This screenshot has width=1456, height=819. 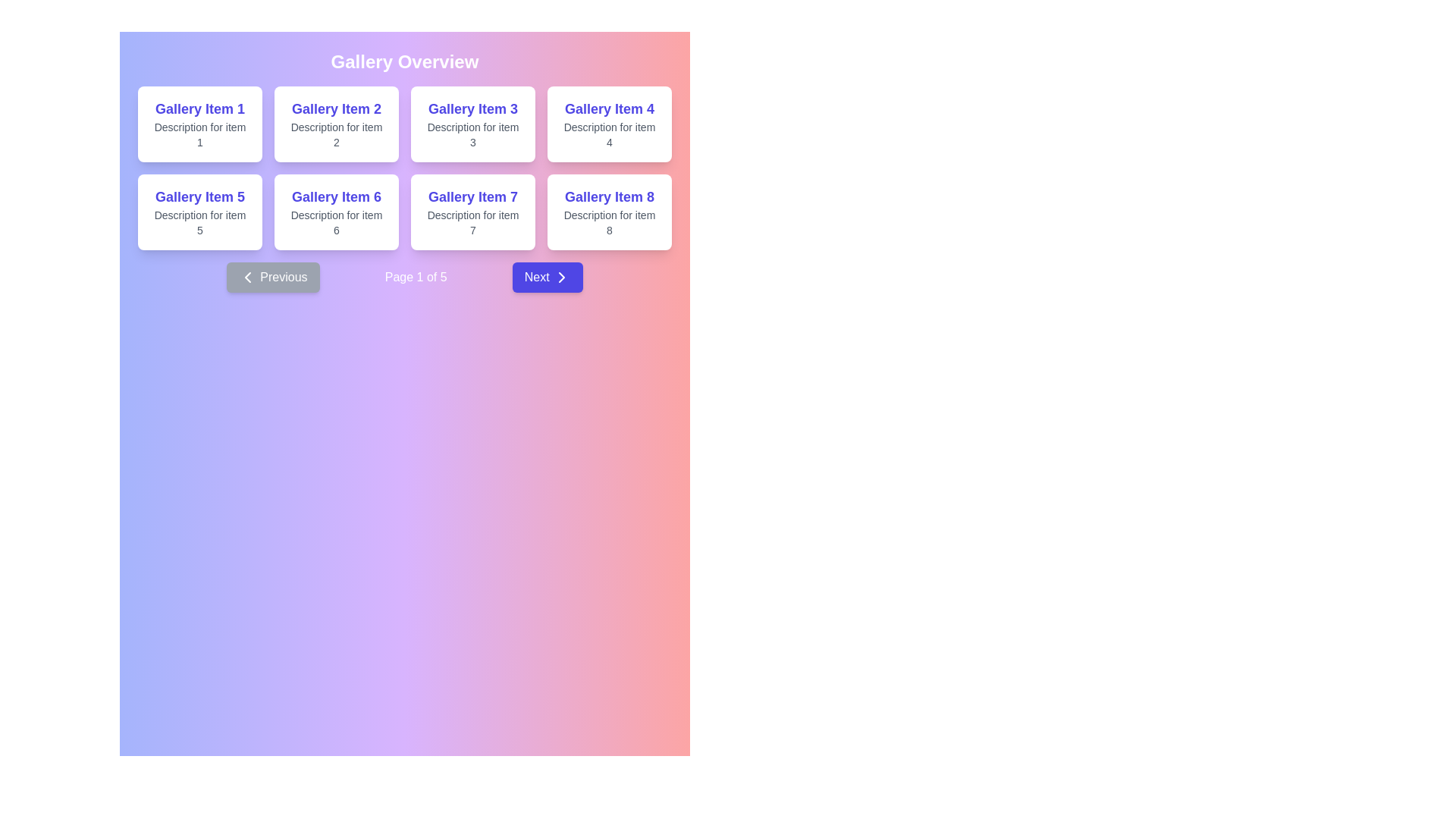 I want to click on the text displaying 'Description for item 6' located in the lower section of the 'Gallery Item 6' card for accessibility purposes, so click(x=336, y=222).